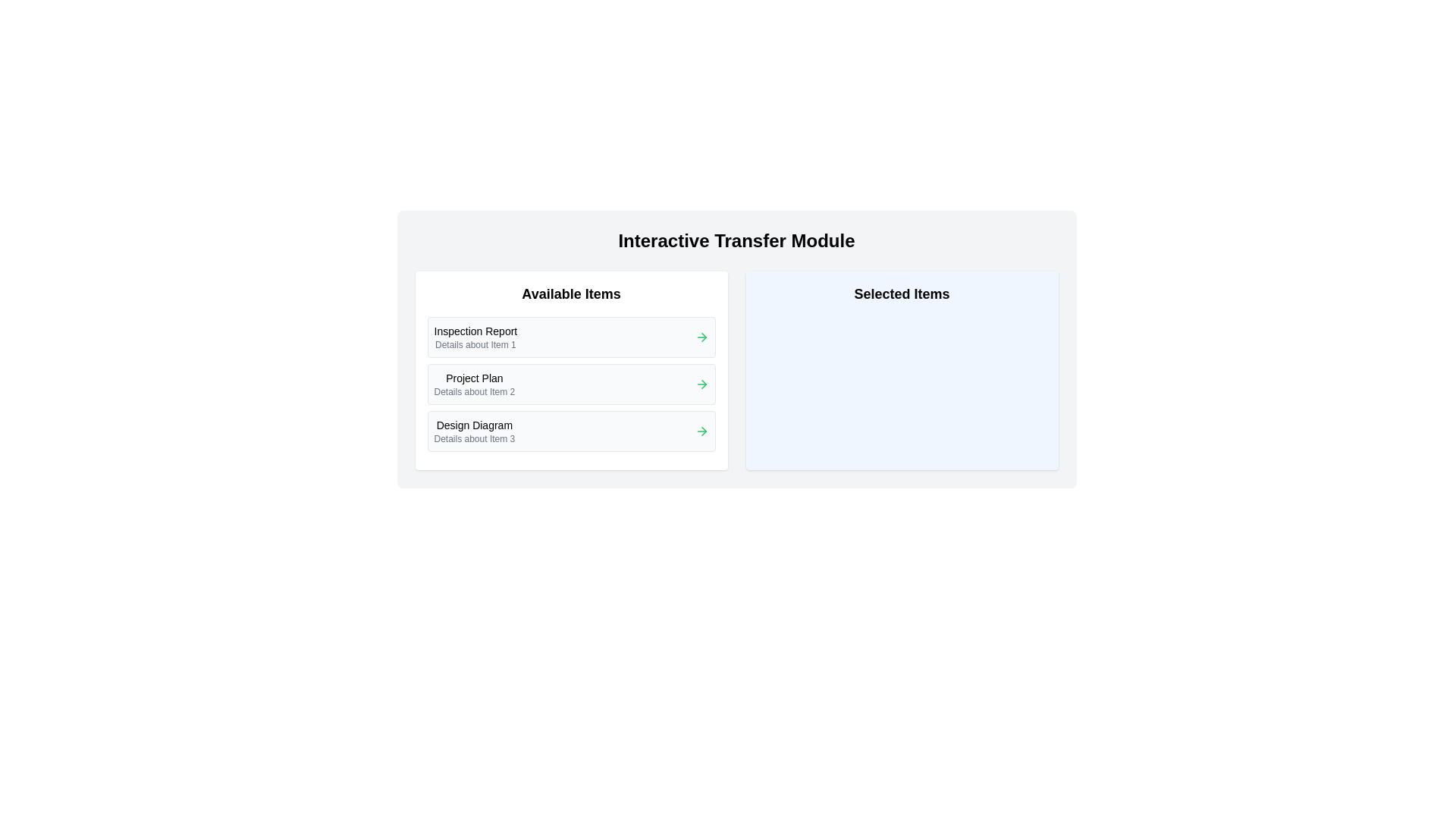  I want to click on the rightward arrow icon located to the right of the 'Project Plan' entry in the 'Available Items' section, so click(703, 383).